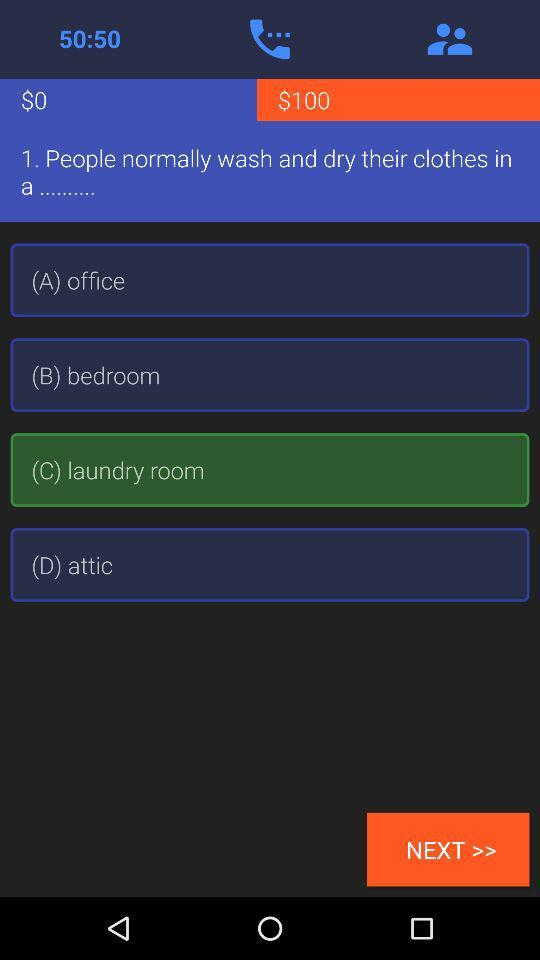 This screenshot has width=540, height=960. What do you see at coordinates (270, 38) in the screenshot?
I see `button for connecting phone` at bounding box center [270, 38].